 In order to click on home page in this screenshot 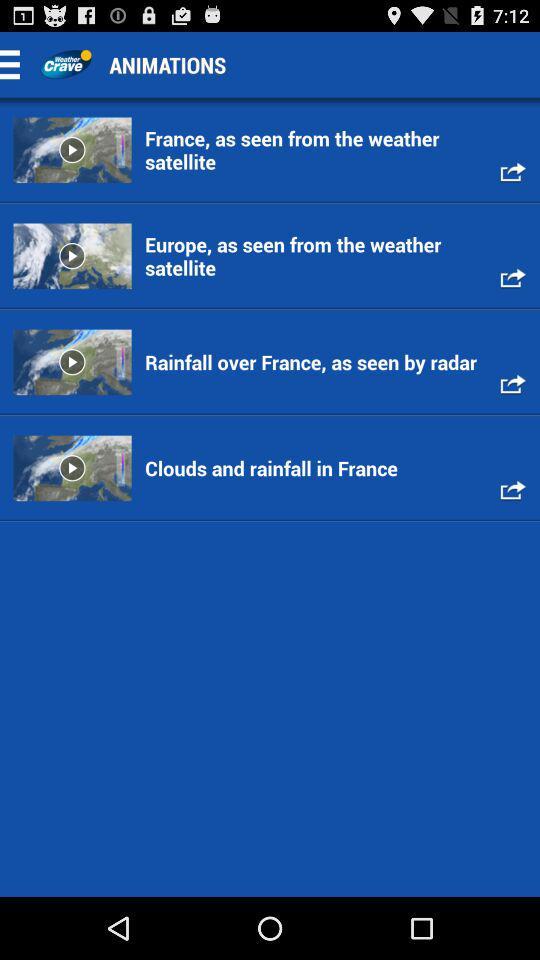, I will do `click(65, 64)`.